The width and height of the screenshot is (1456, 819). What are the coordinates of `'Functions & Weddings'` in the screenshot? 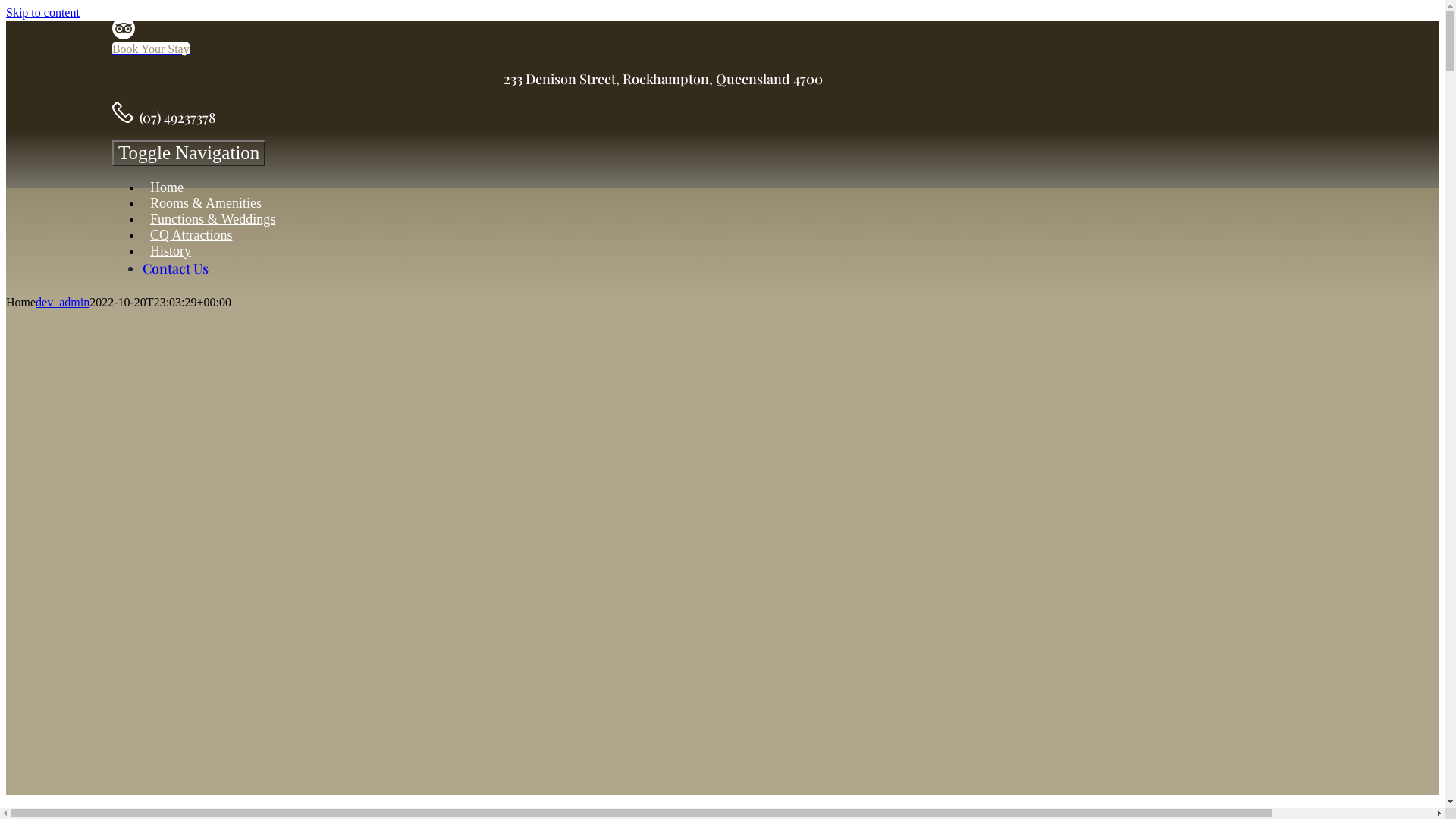 It's located at (212, 219).